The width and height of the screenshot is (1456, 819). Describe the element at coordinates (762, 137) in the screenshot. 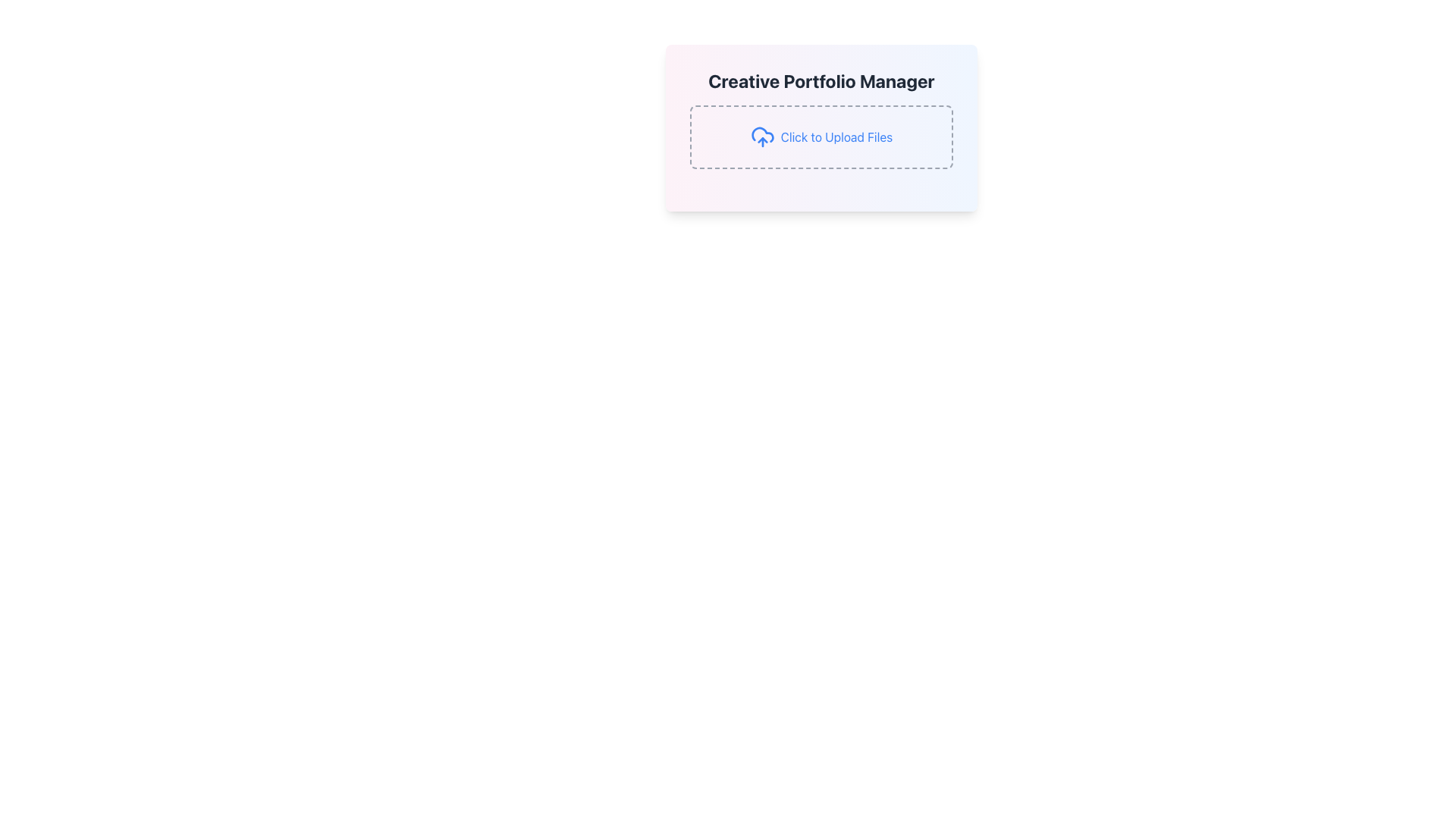

I see `the cloud upload icon with an upward arrow, which is located to the left of the 'Click to Upload Files' label` at that location.